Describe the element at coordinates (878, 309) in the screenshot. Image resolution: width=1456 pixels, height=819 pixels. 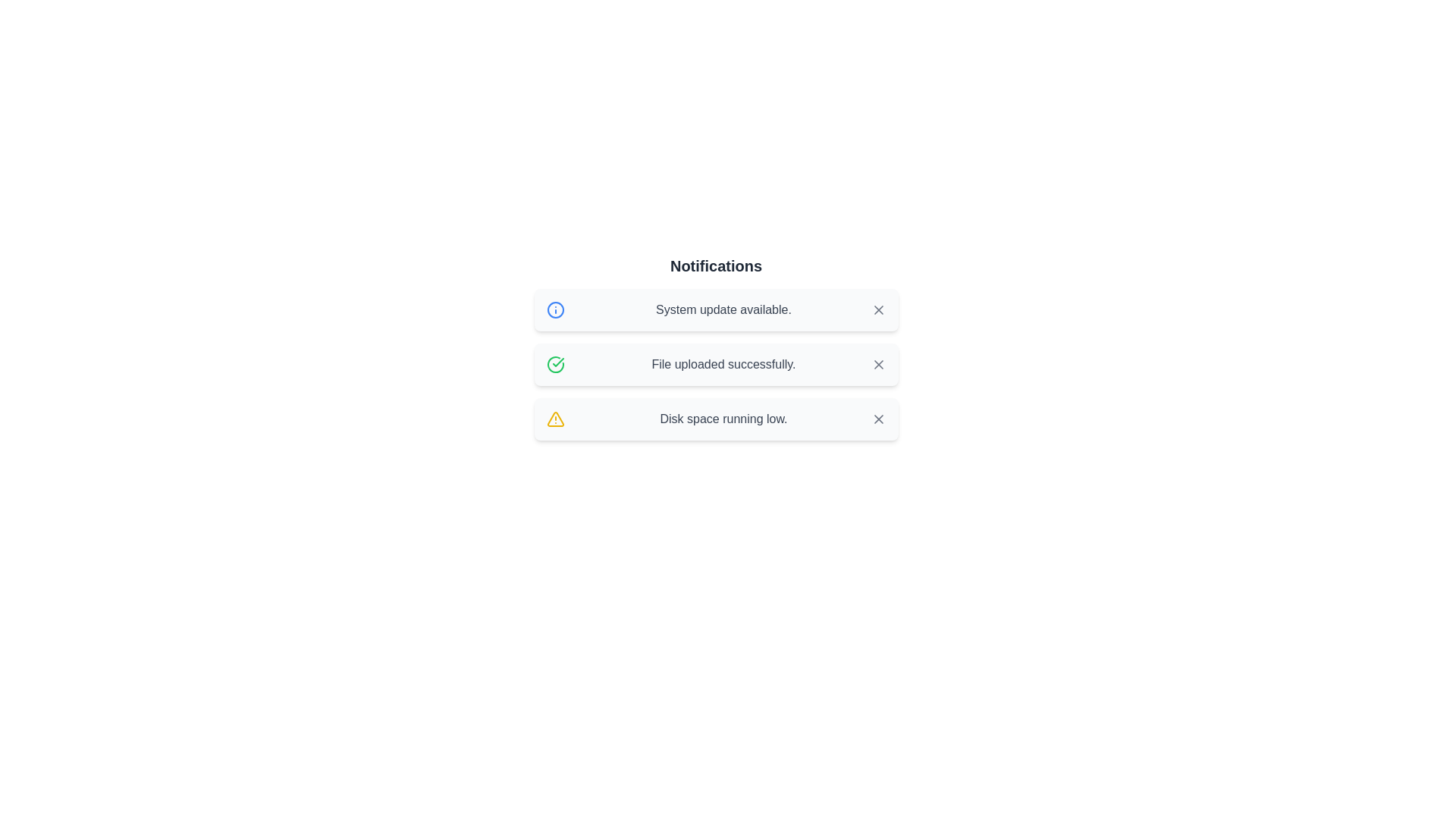
I see `the Close button located at the top-right corner of the first notification entry with the text 'System update available'` at that location.